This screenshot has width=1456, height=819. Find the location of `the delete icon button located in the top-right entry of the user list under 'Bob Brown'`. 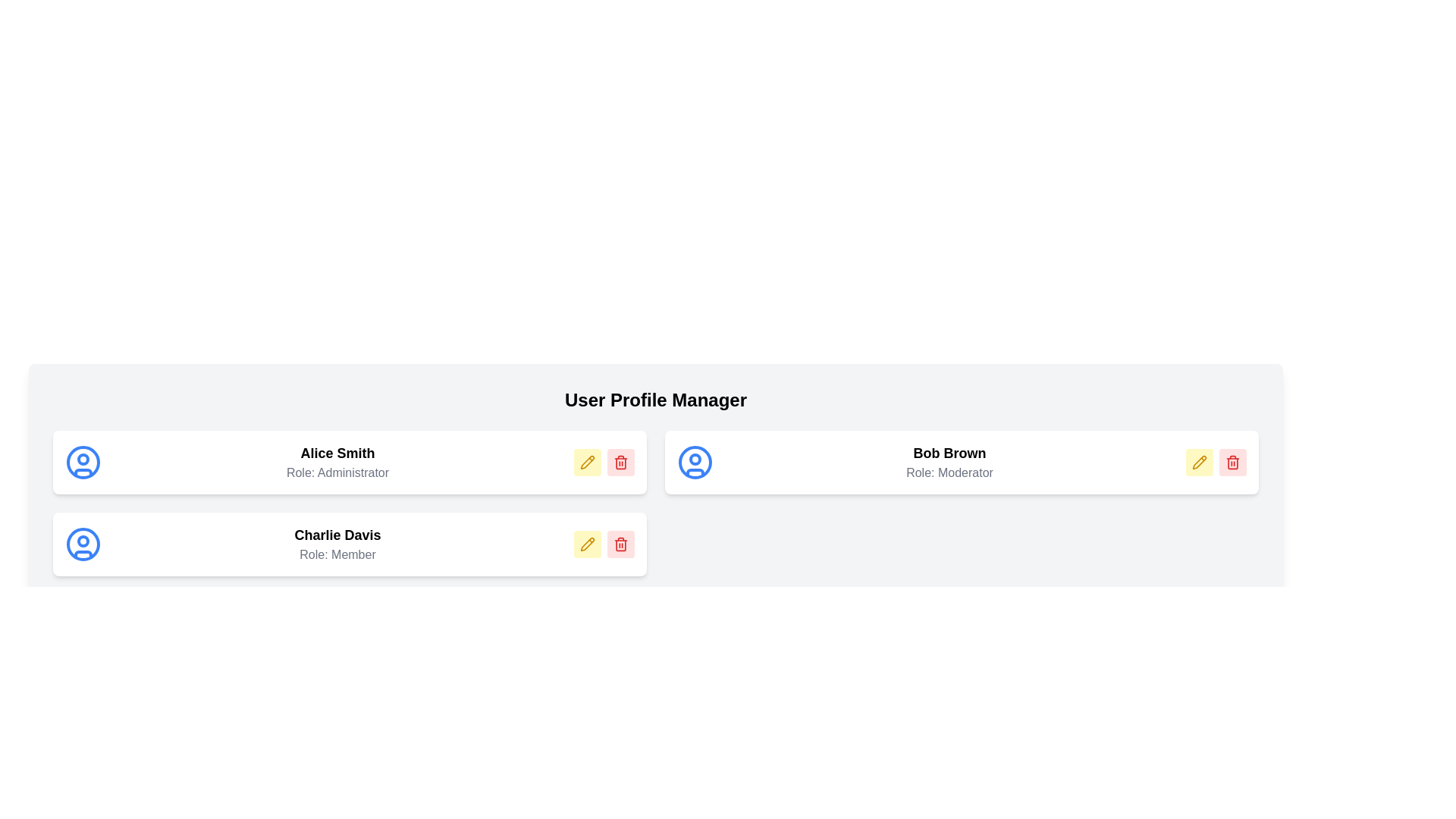

the delete icon button located in the top-right entry of the user list under 'Bob Brown' is located at coordinates (1233, 461).